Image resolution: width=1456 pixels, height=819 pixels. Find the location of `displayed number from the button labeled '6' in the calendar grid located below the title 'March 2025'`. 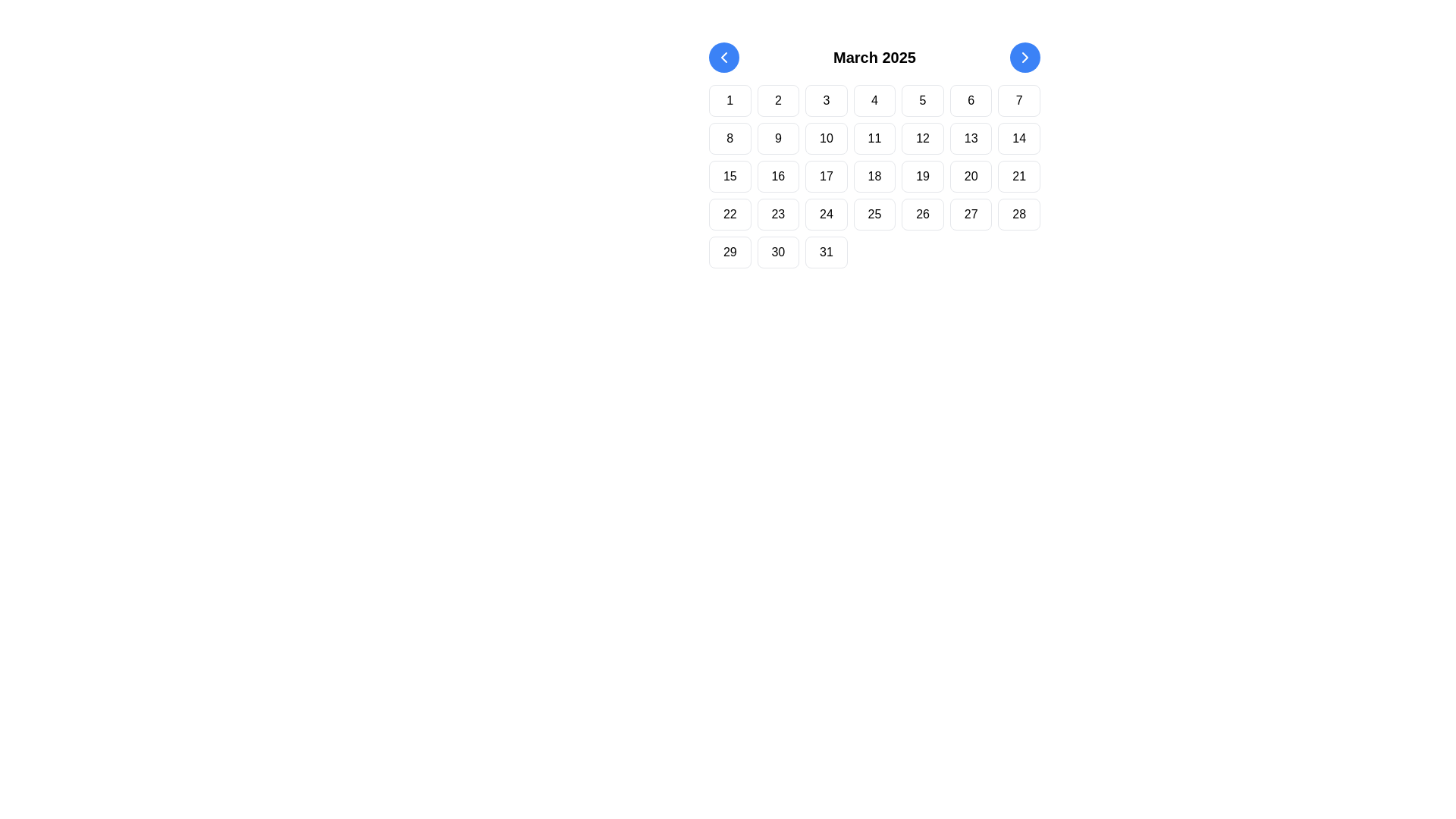

displayed number from the button labeled '6' in the calendar grid located below the title 'March 2025' is located at coordinates (971, 100).